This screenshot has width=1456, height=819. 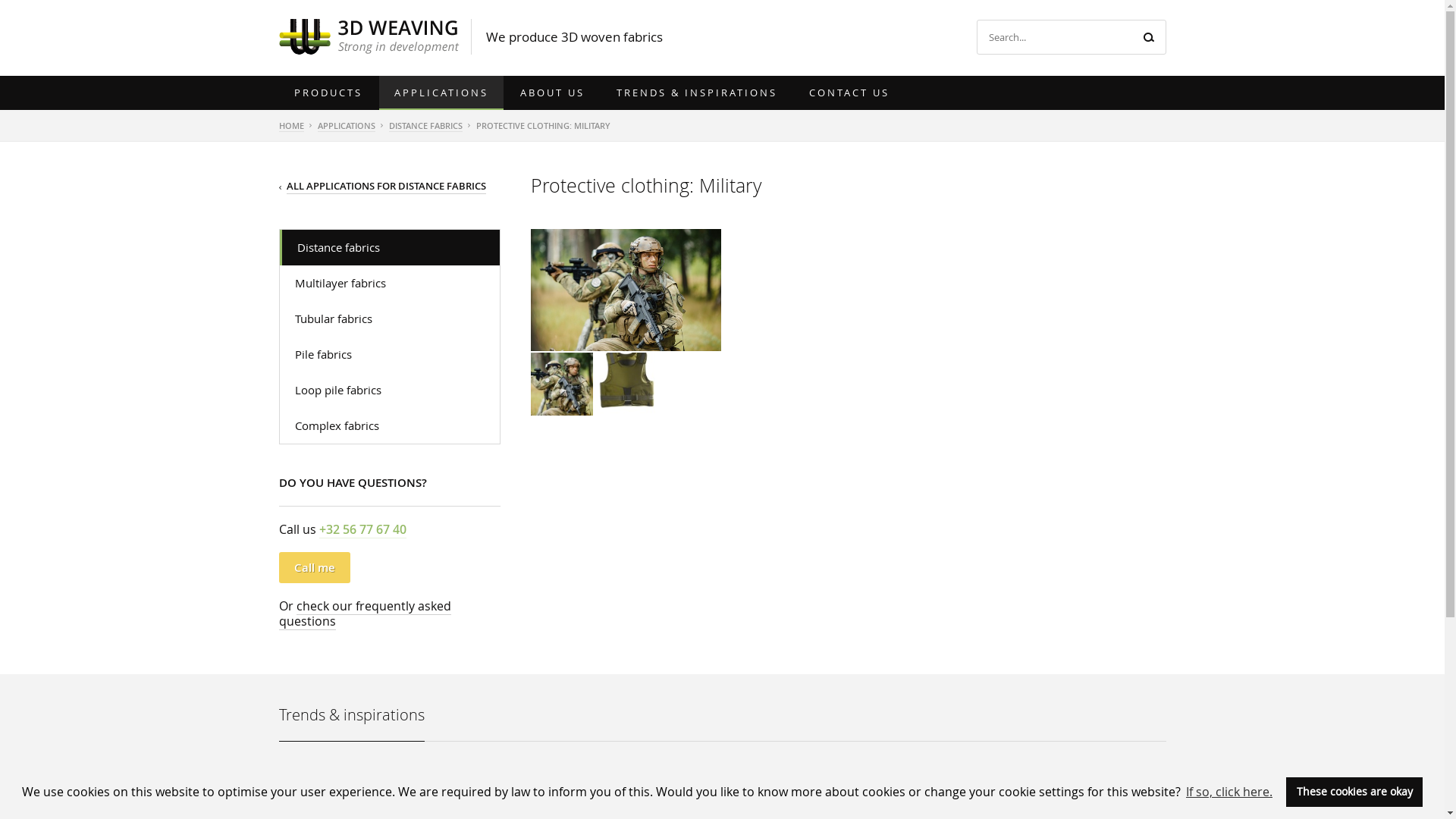 I want to click on 'ALL APPLICATIONS FOR DISTANCE FABRICS', so click(x=287, y=185).